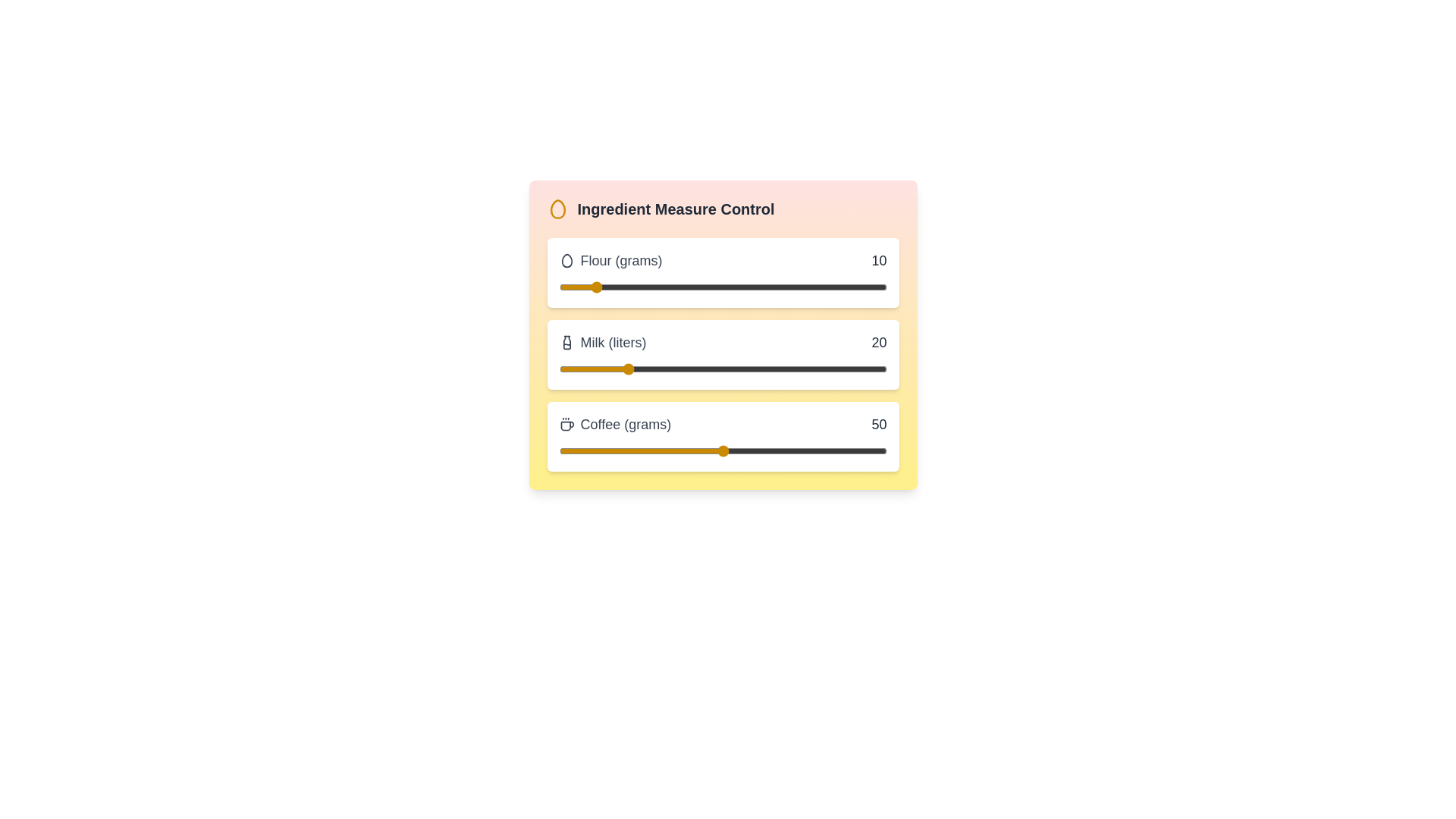 Image resolution: width=1456 pixels, height=819 pixels. I want to click on the coffee amount, so click(722, 450).